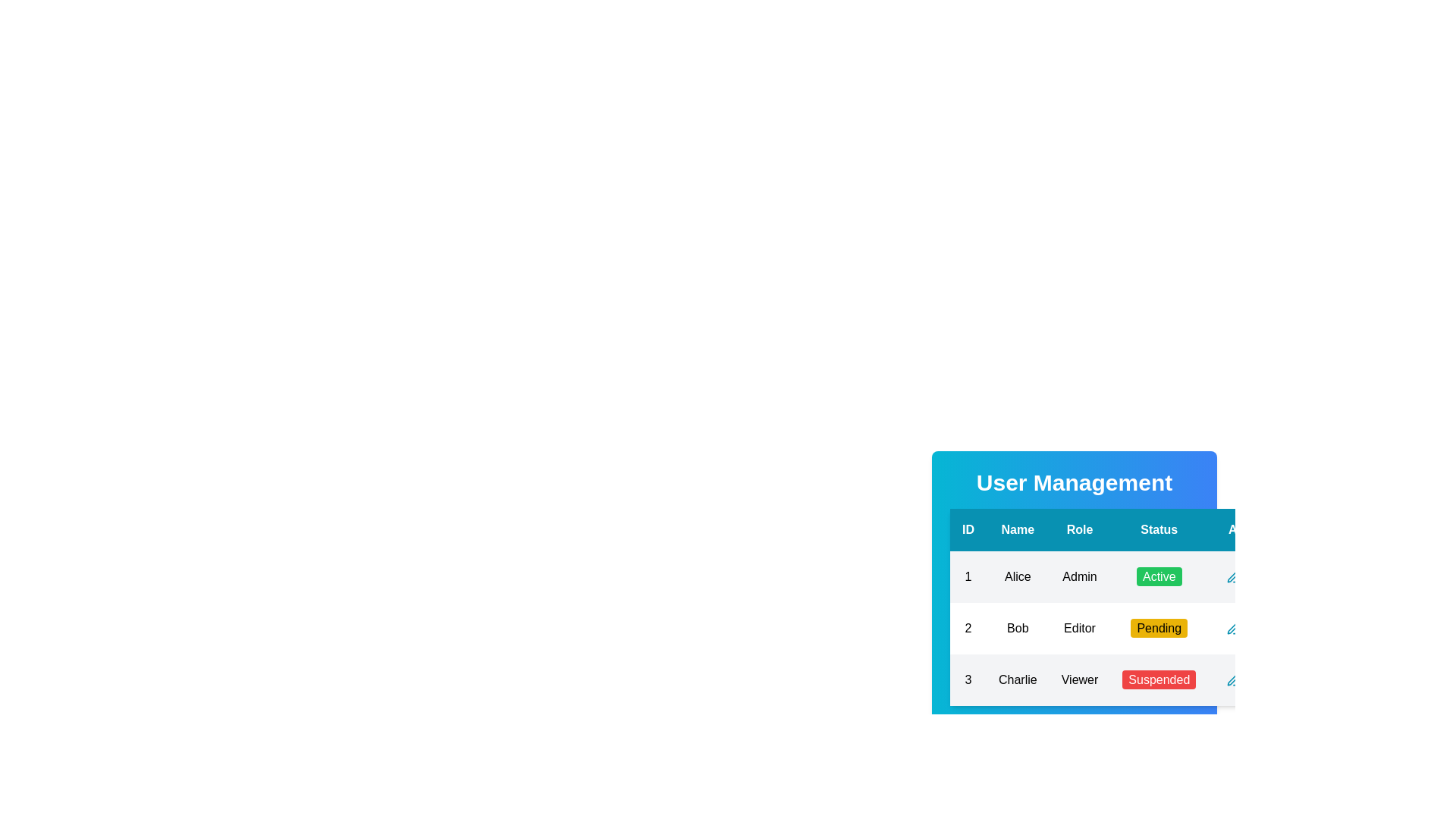 The height and width of the screenshot is (819, 1456). What do you see at coordinates (1158, 576) in the screenshot?
I see `the 'Active' status indicator button with a green background and white text, which is located in the 'Status' column of the table for 'Alice - Admin'` at bounding box center [1158, 576].